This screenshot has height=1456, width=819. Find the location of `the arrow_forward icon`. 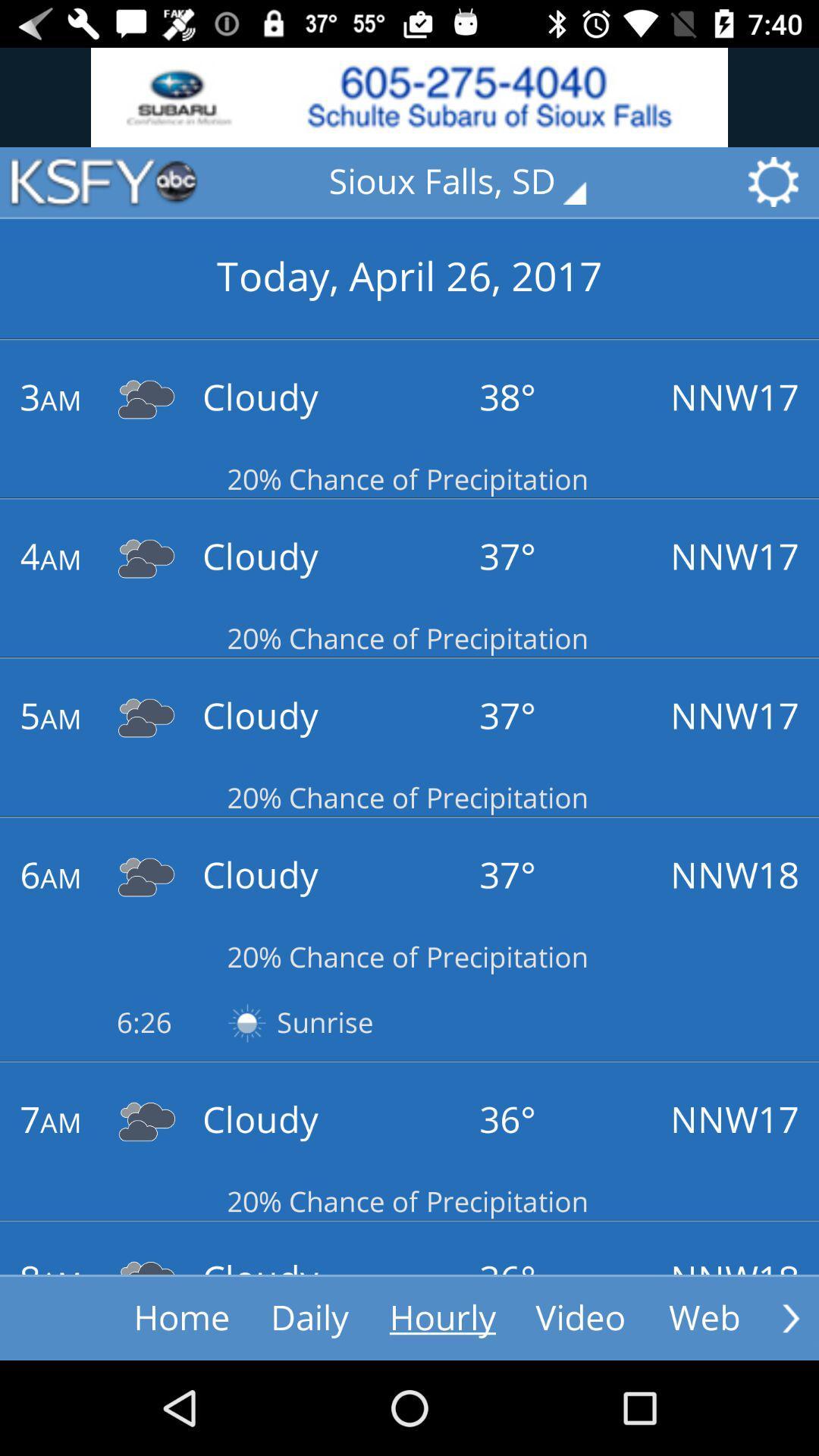

the arrow_forward icon is located at coordinates (790, 1317).